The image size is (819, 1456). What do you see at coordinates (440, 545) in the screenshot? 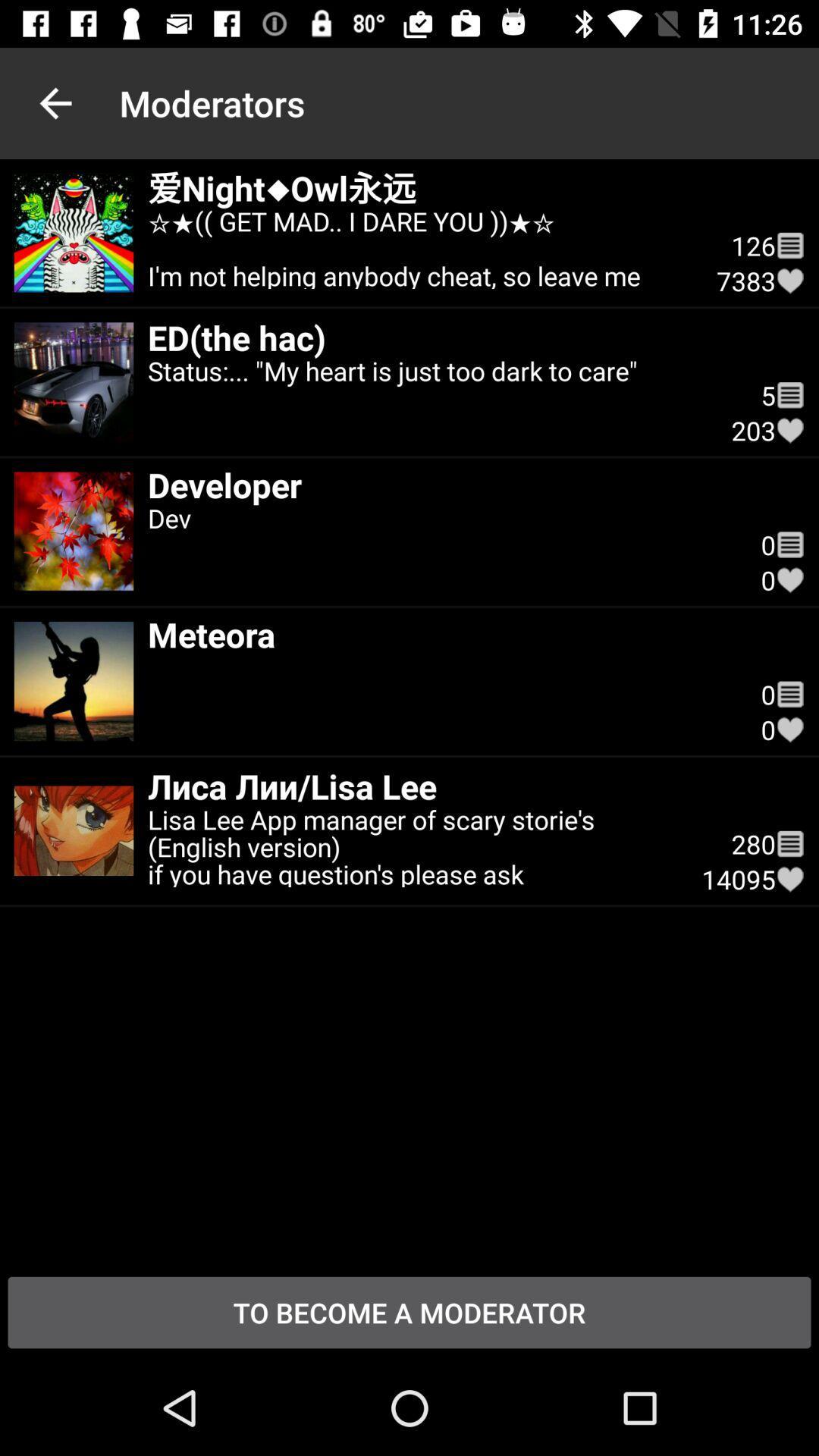
I see `item below the 203` at bounding box center [440, 545].